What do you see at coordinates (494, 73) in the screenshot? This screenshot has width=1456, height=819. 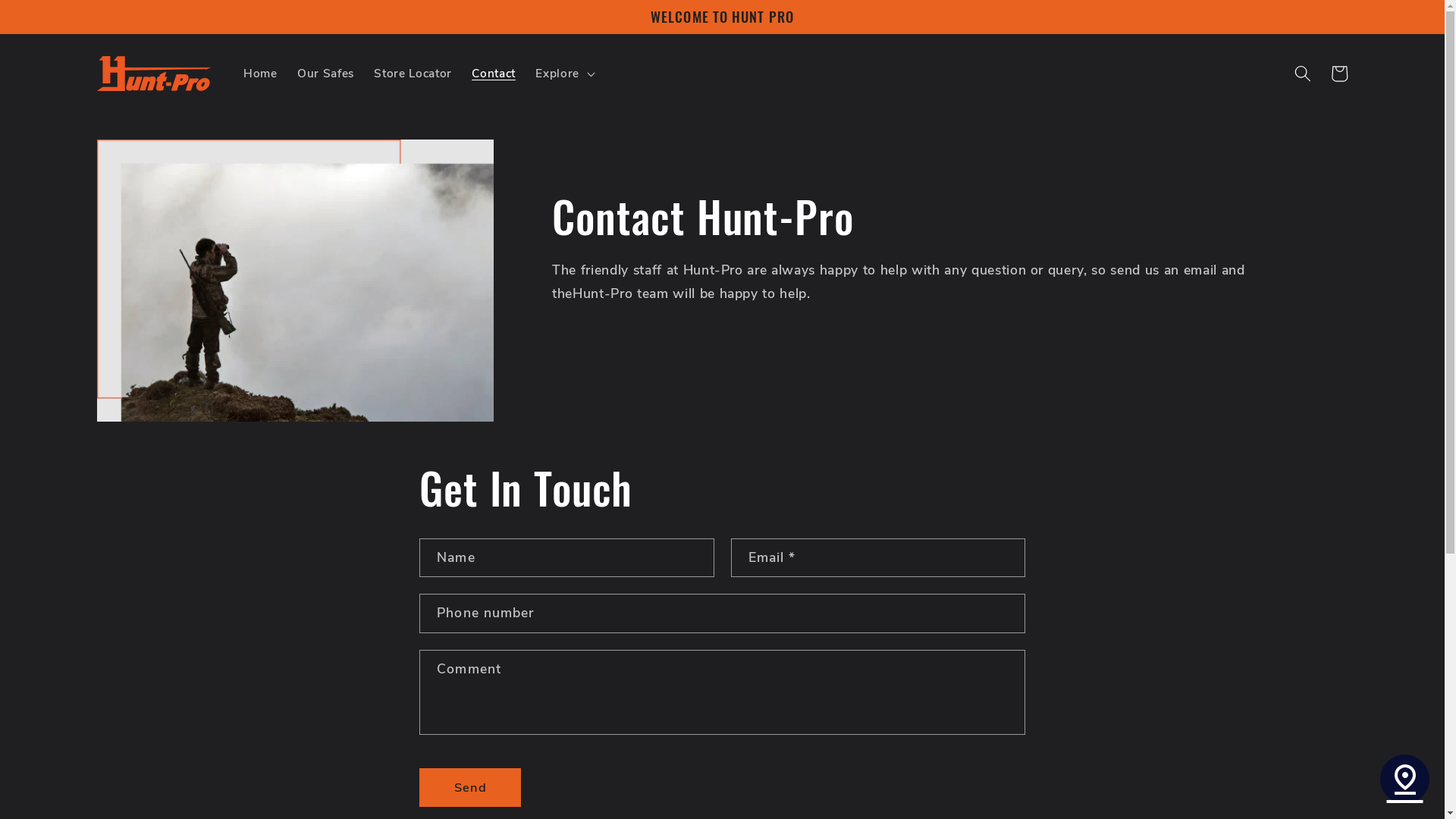 I see `'Contact'` at bounding box center [494, 73].